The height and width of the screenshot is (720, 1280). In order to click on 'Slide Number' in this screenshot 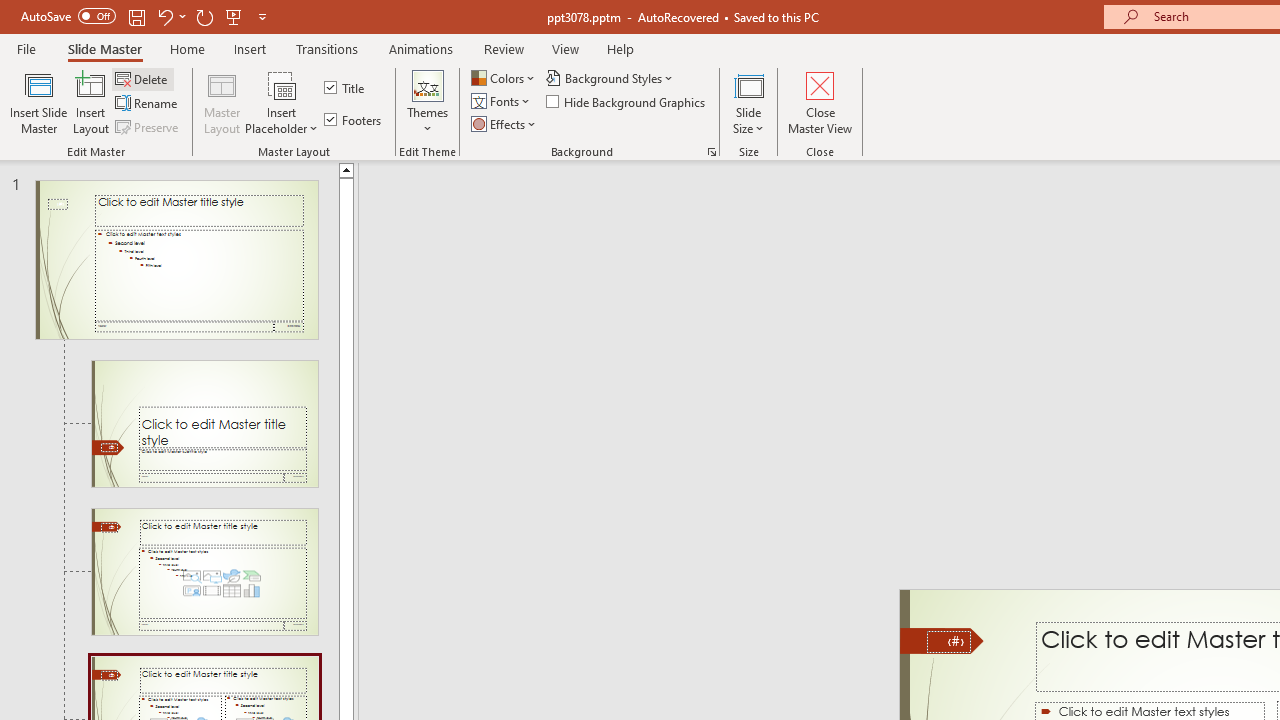, I will do `click(948, 641)`.